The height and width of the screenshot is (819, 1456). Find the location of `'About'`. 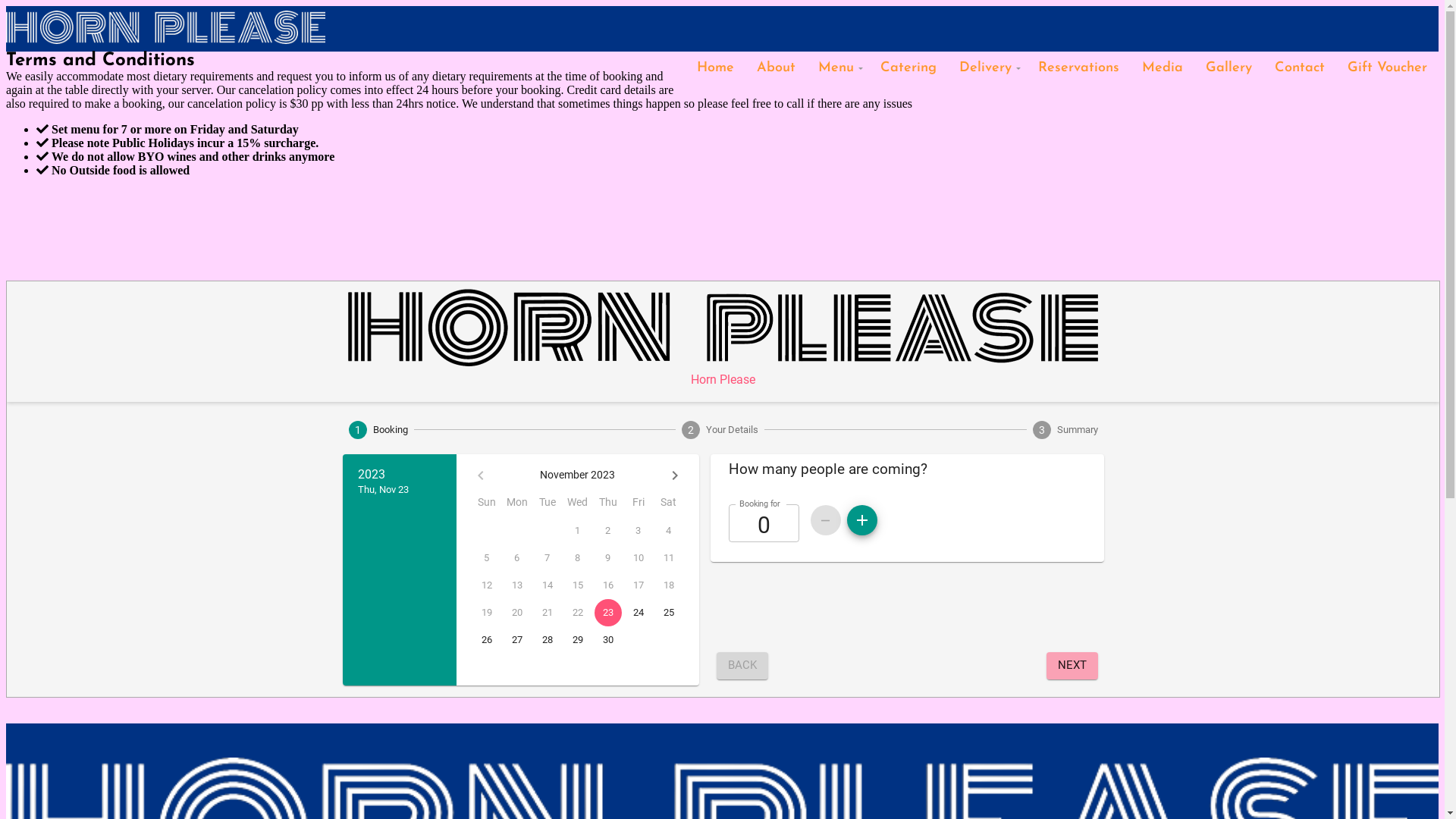

'About' is located at coordinates (776, 67).